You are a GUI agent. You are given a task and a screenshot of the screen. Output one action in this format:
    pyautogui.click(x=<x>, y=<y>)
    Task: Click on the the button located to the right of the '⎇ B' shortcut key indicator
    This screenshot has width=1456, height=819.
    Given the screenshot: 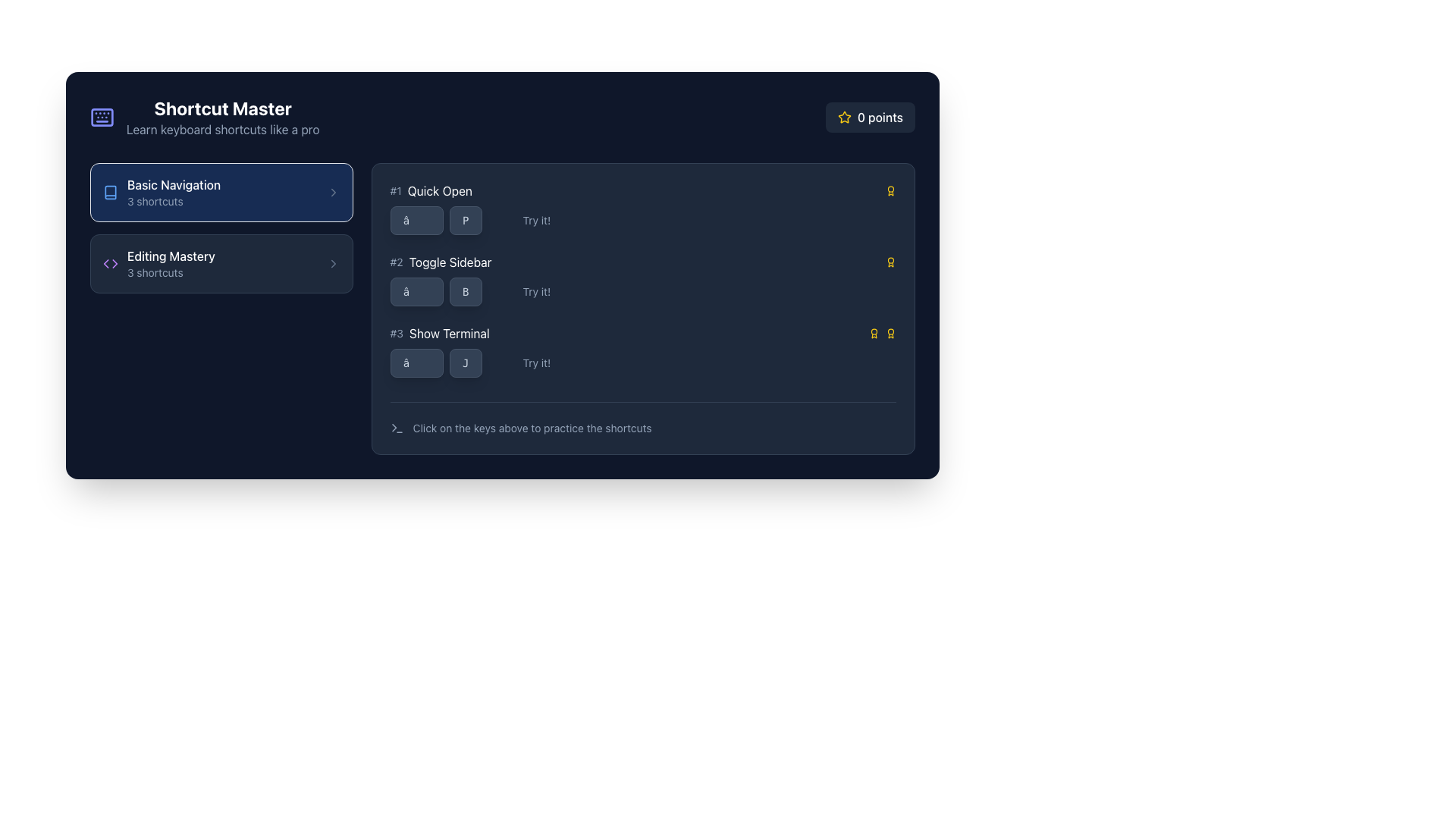 What is the action you would take?
    pyautogui.click(x=526, y=292)
    